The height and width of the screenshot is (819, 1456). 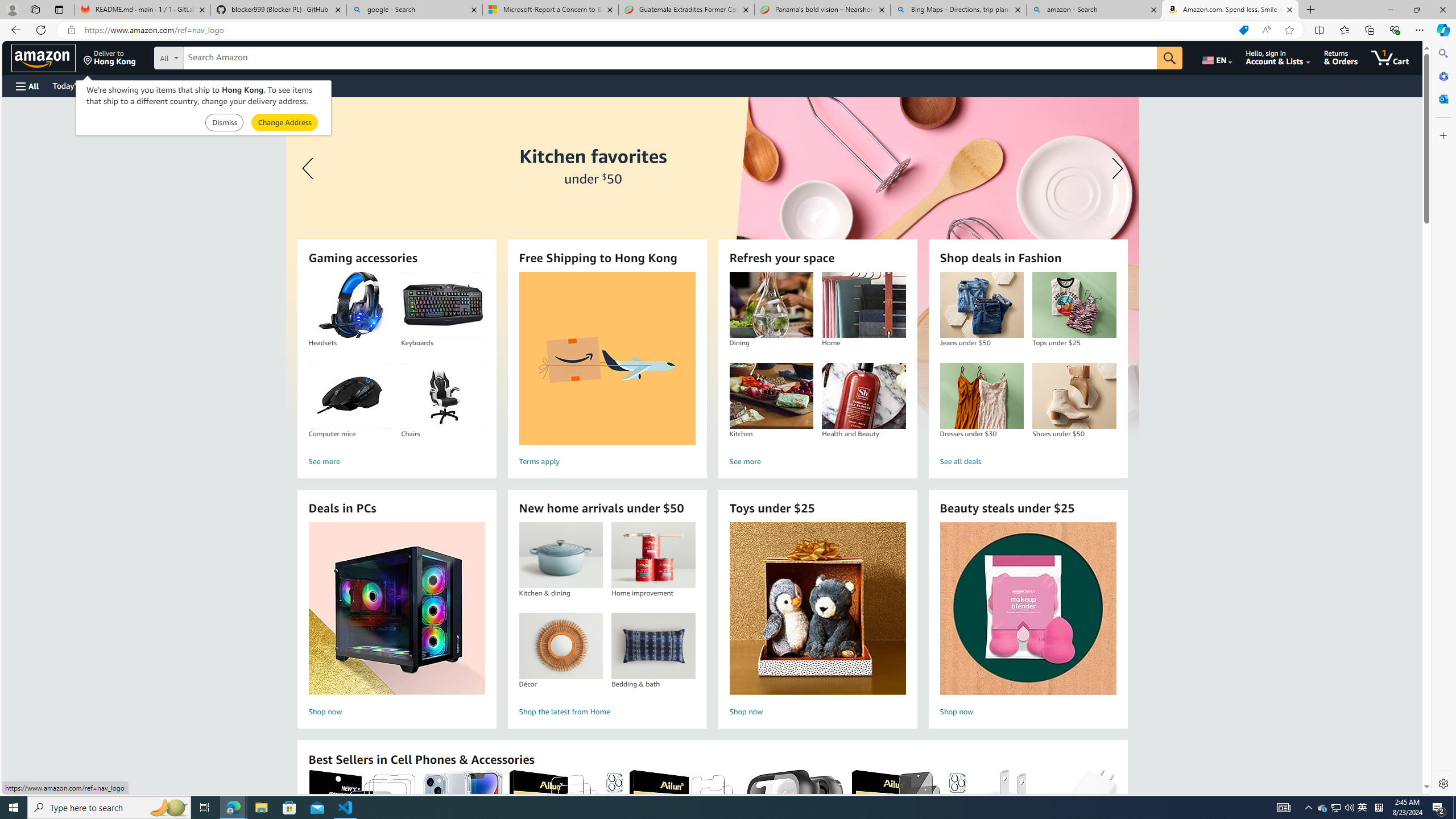 What do you see at coordinates (1442, 76) in the screenshot?
I see `'Microsoft 365'` at bounding box center [1442, 76].